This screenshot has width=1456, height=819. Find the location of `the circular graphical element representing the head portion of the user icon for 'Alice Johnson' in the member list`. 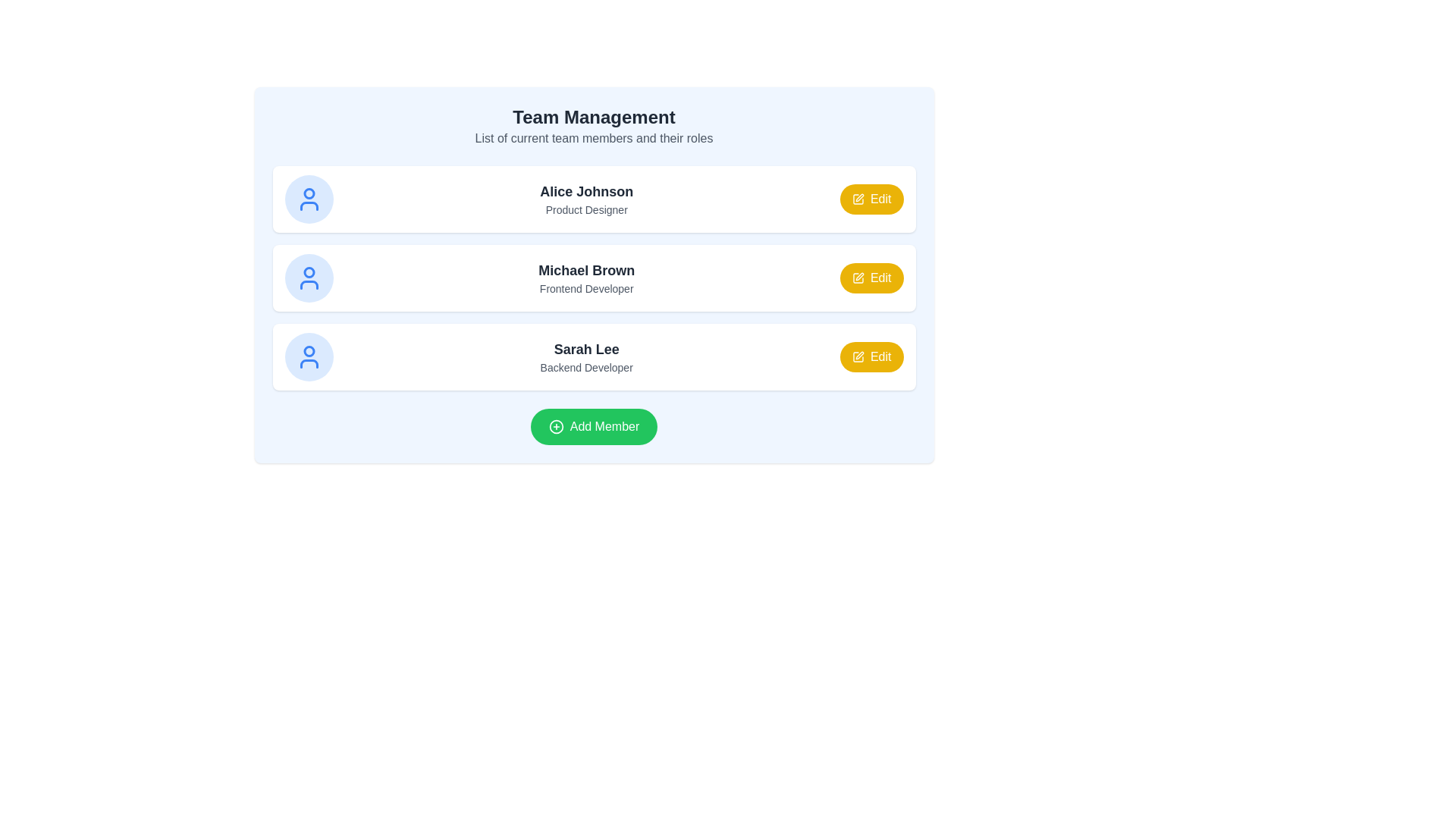

the circular graphical element representing the head portion of the user icon for 'Alice Johnson' in the member list is located at coordinates (308, 193).